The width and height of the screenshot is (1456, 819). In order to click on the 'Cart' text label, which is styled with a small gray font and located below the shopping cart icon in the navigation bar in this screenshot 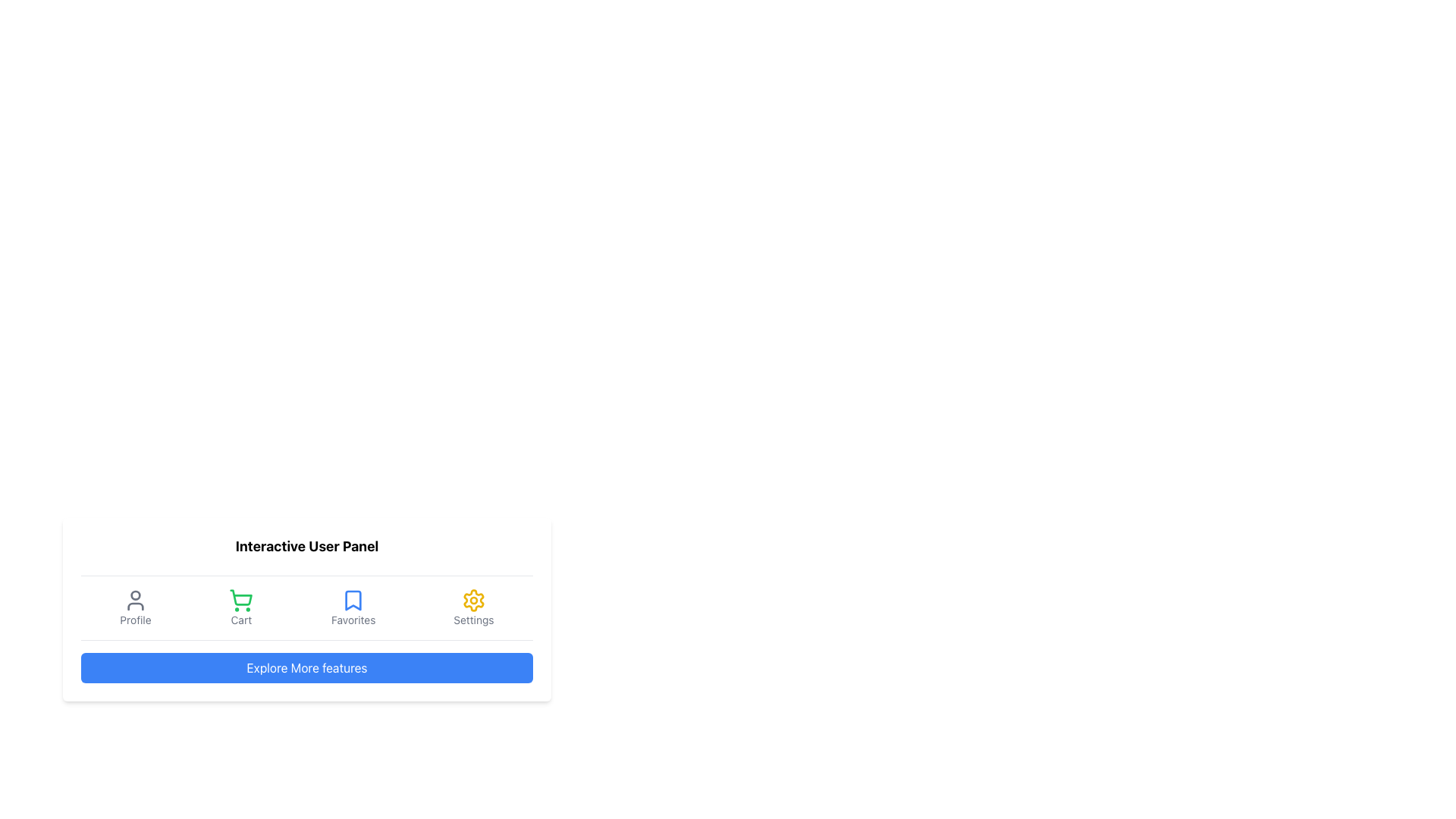, I will do `click(240, 620)`.